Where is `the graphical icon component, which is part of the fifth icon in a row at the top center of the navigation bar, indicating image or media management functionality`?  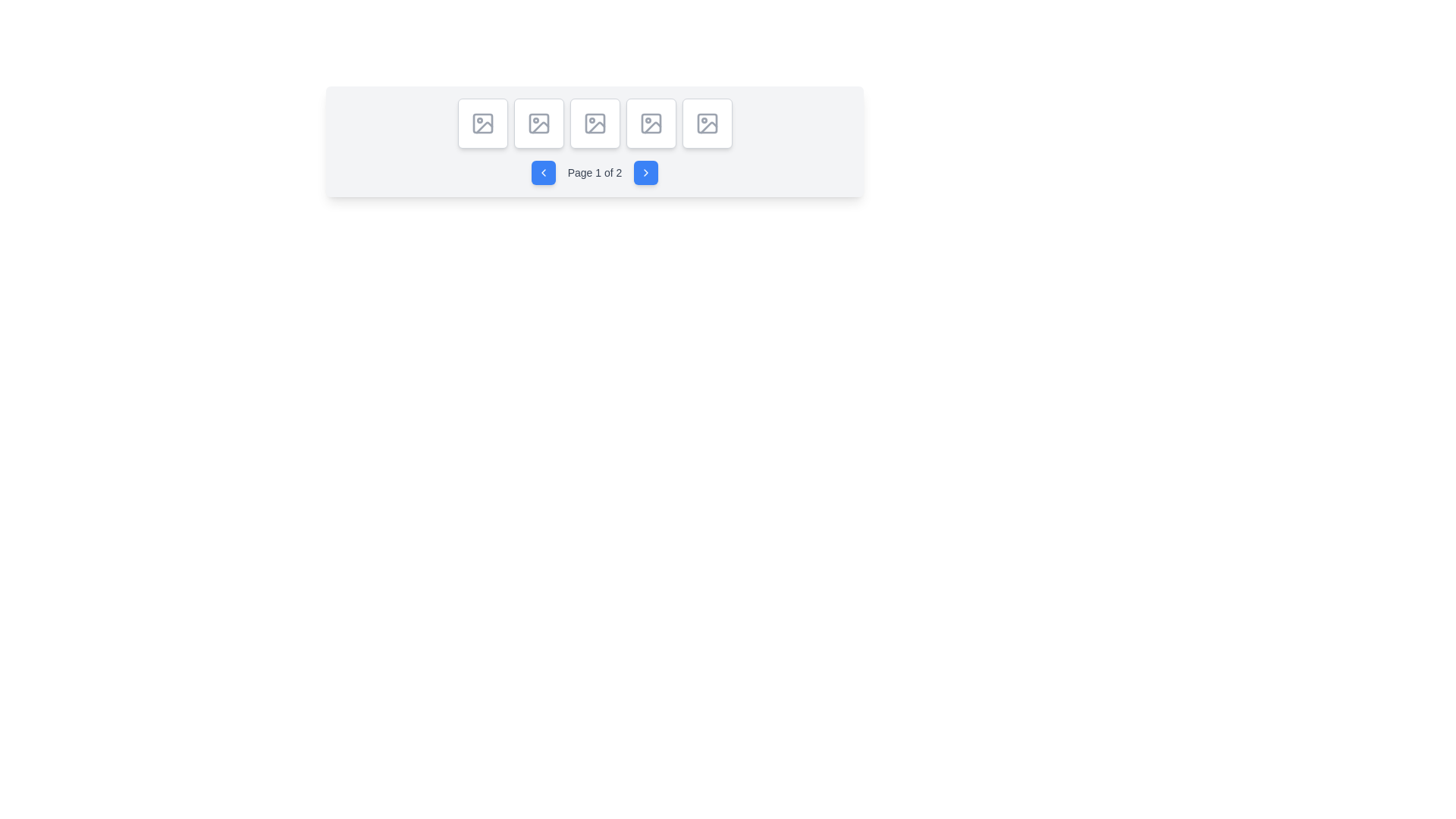 the graphical icon component, which is part of the fifth icon in a row at the top center of the navigation bar, indicating image or media management functionality is located at coordinates (708, 127).